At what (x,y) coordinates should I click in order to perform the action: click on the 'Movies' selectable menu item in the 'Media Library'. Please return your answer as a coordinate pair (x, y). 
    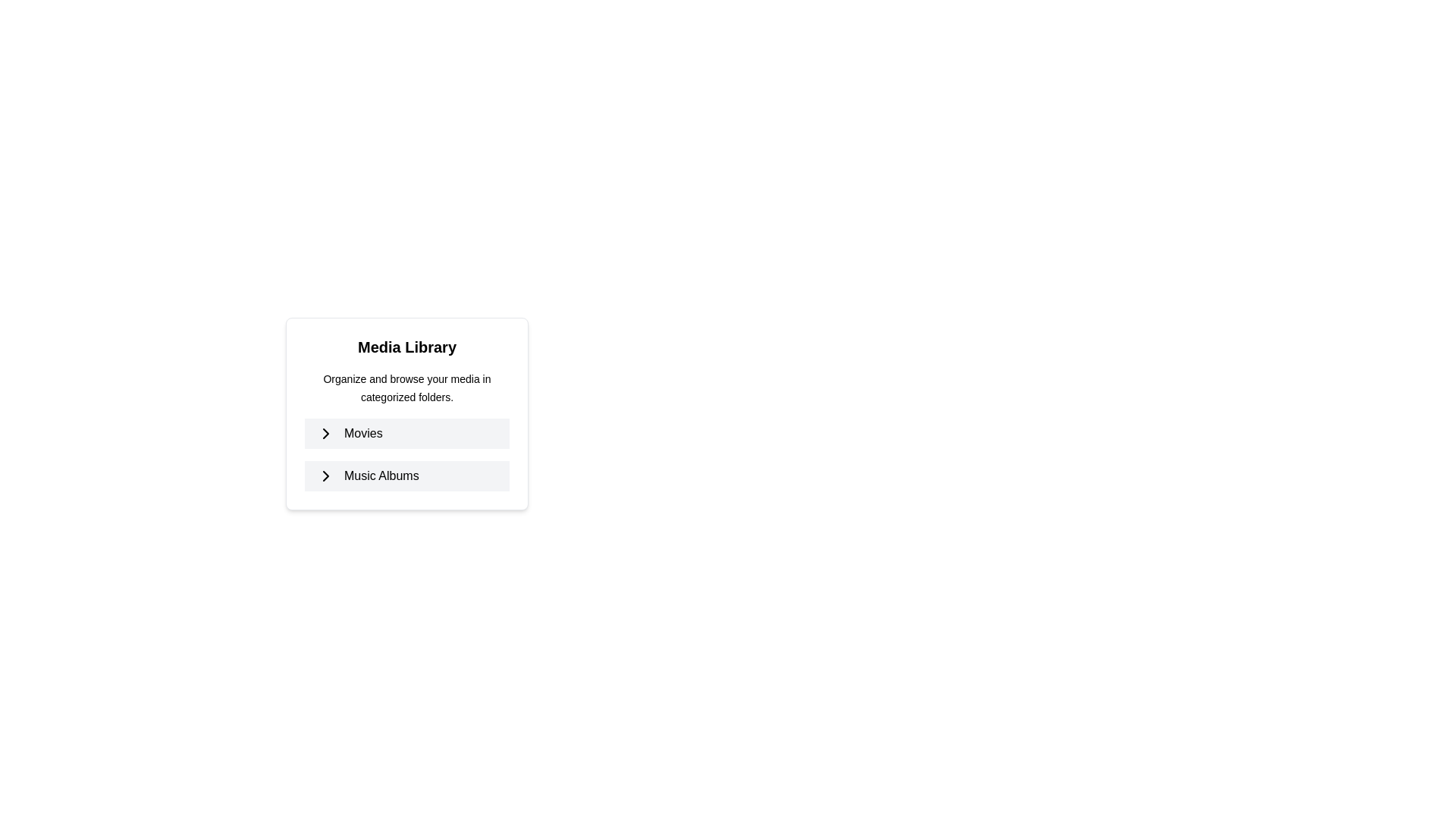
    Looking at the image, I should click on (407, 433).